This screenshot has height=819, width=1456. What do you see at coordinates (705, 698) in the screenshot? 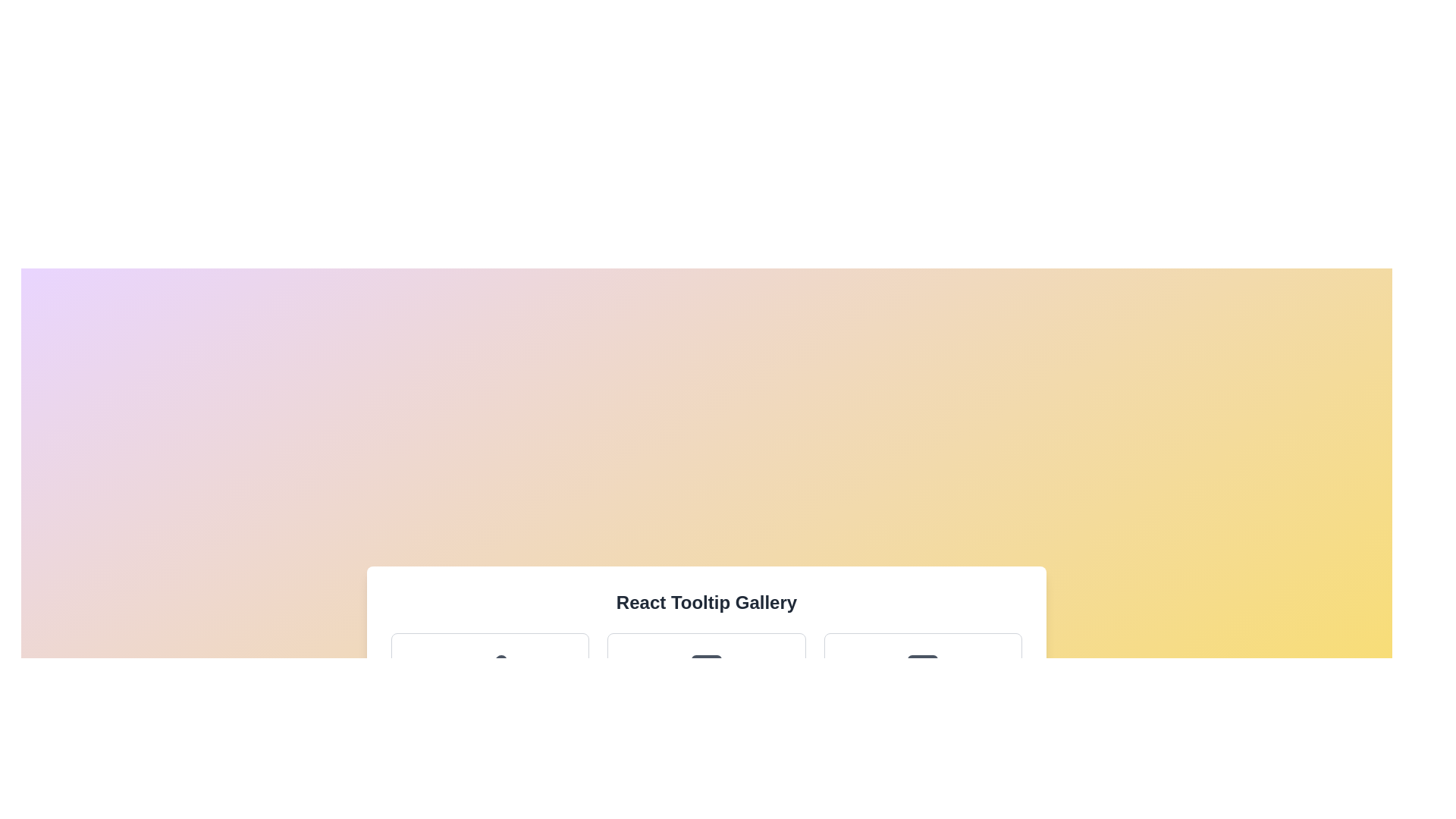
I see `the 'Adventures' card in the center of the grid` at bounding box center [705, 698].